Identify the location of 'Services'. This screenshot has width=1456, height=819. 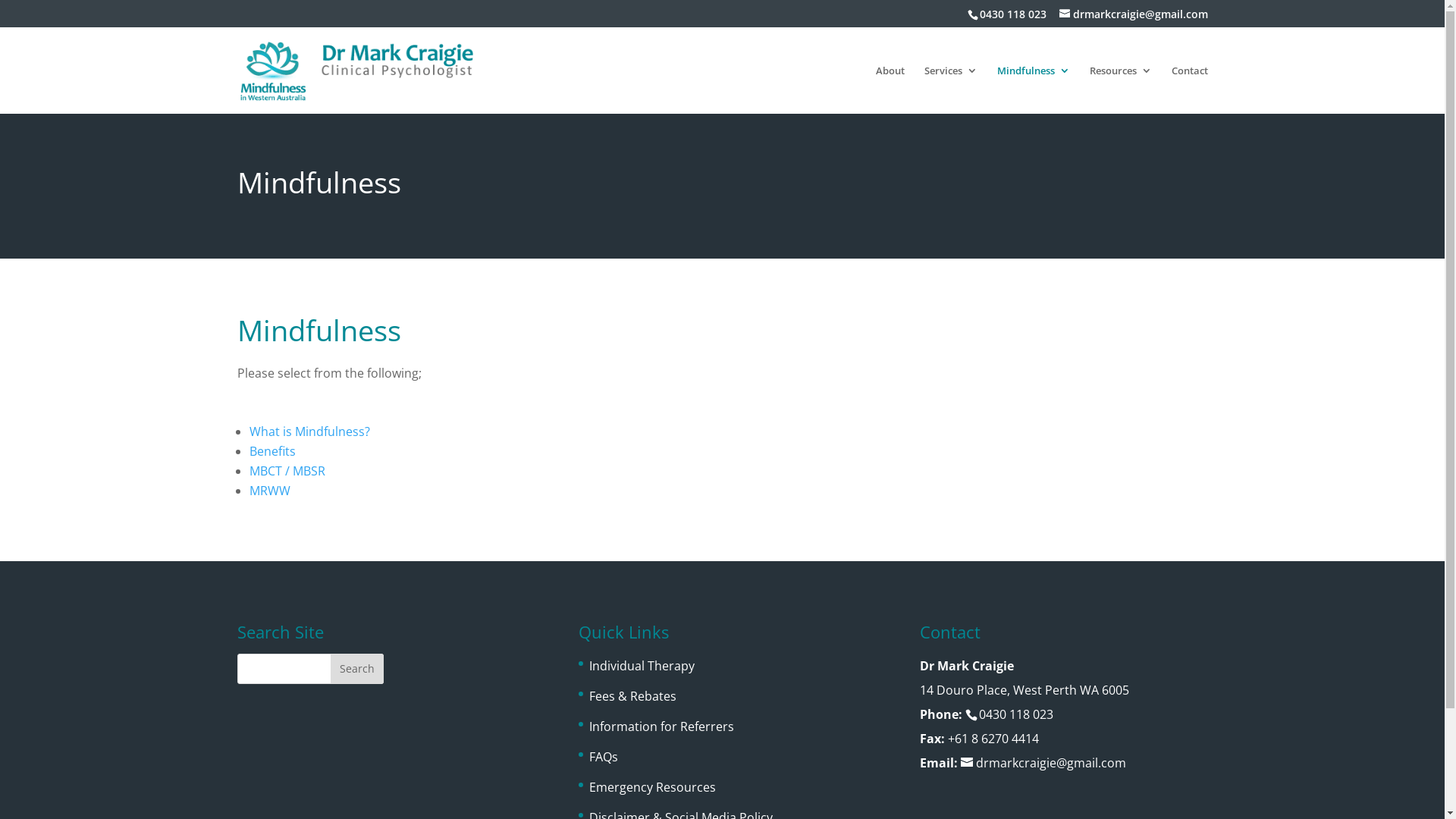
(949, 89).